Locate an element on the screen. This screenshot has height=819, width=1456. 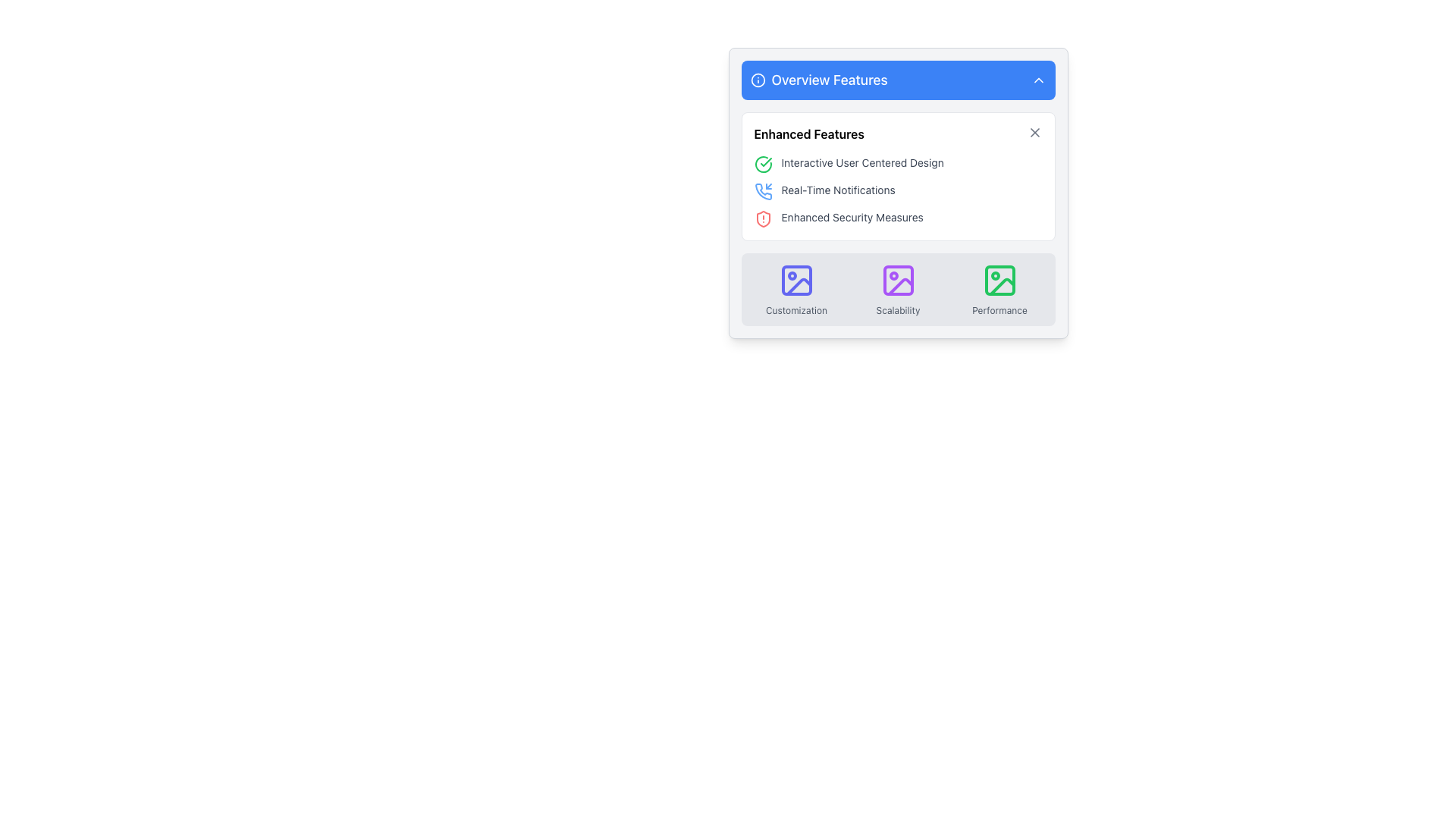
the Interactive card or tile featuring an indigo icon and the text label 'Customization', located in the 'Overview Features' section is located at coordinates (795, 289).